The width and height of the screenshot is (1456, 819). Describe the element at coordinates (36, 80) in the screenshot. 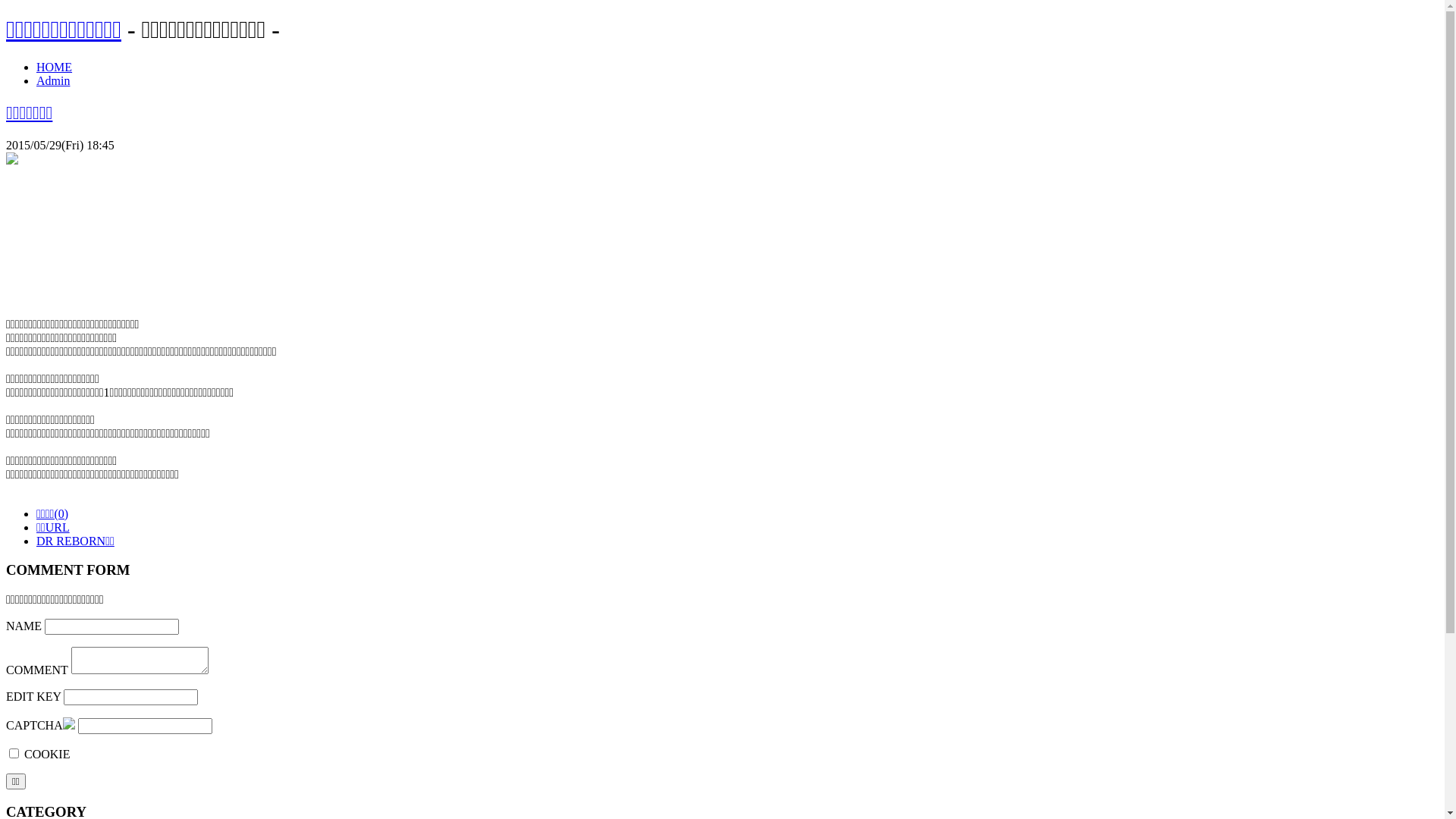

I see `'Admin'` at that location.